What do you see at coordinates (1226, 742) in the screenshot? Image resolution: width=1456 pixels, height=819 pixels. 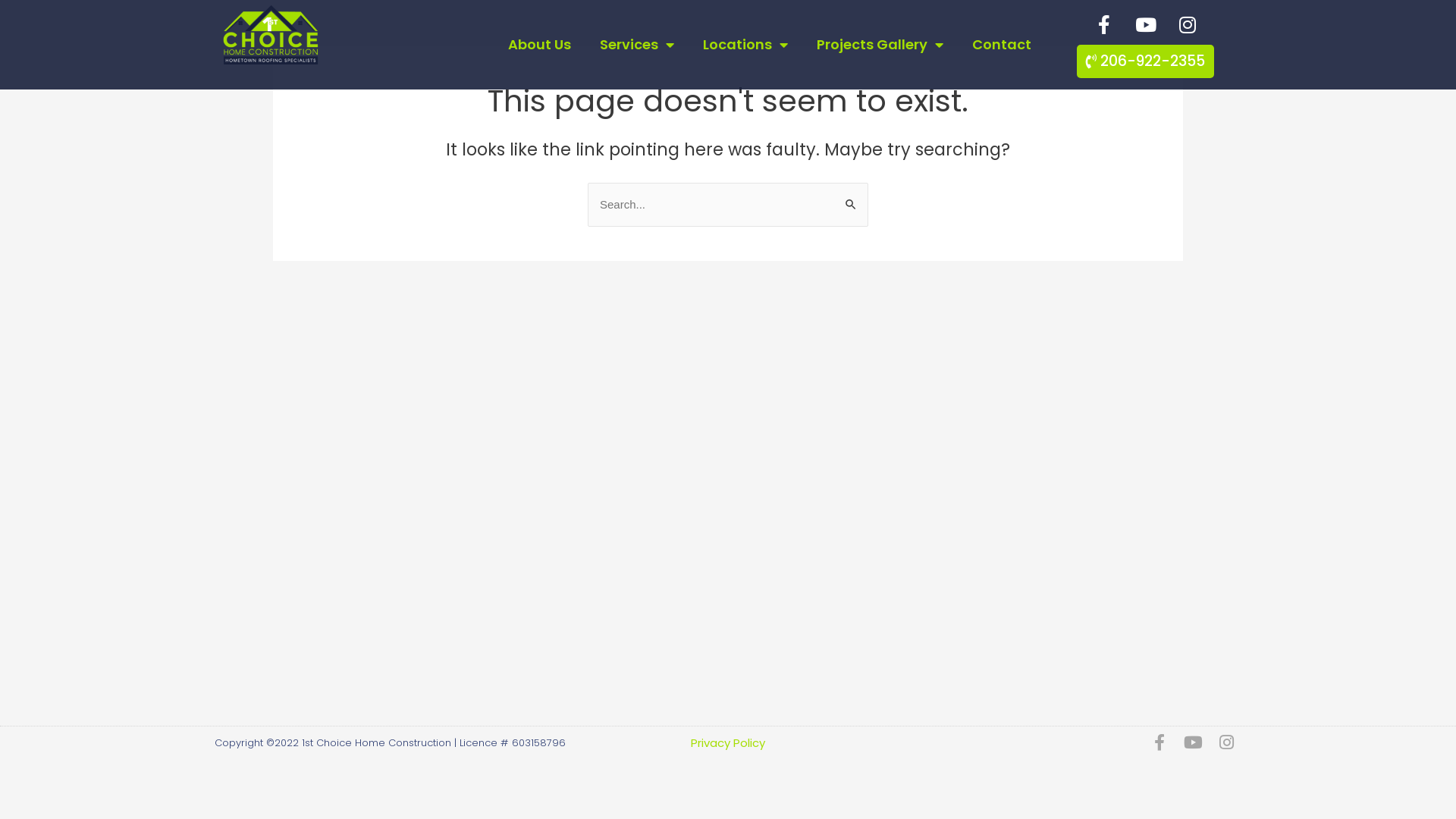 I see `'Instagram'` at bounding box center [1226, 742].